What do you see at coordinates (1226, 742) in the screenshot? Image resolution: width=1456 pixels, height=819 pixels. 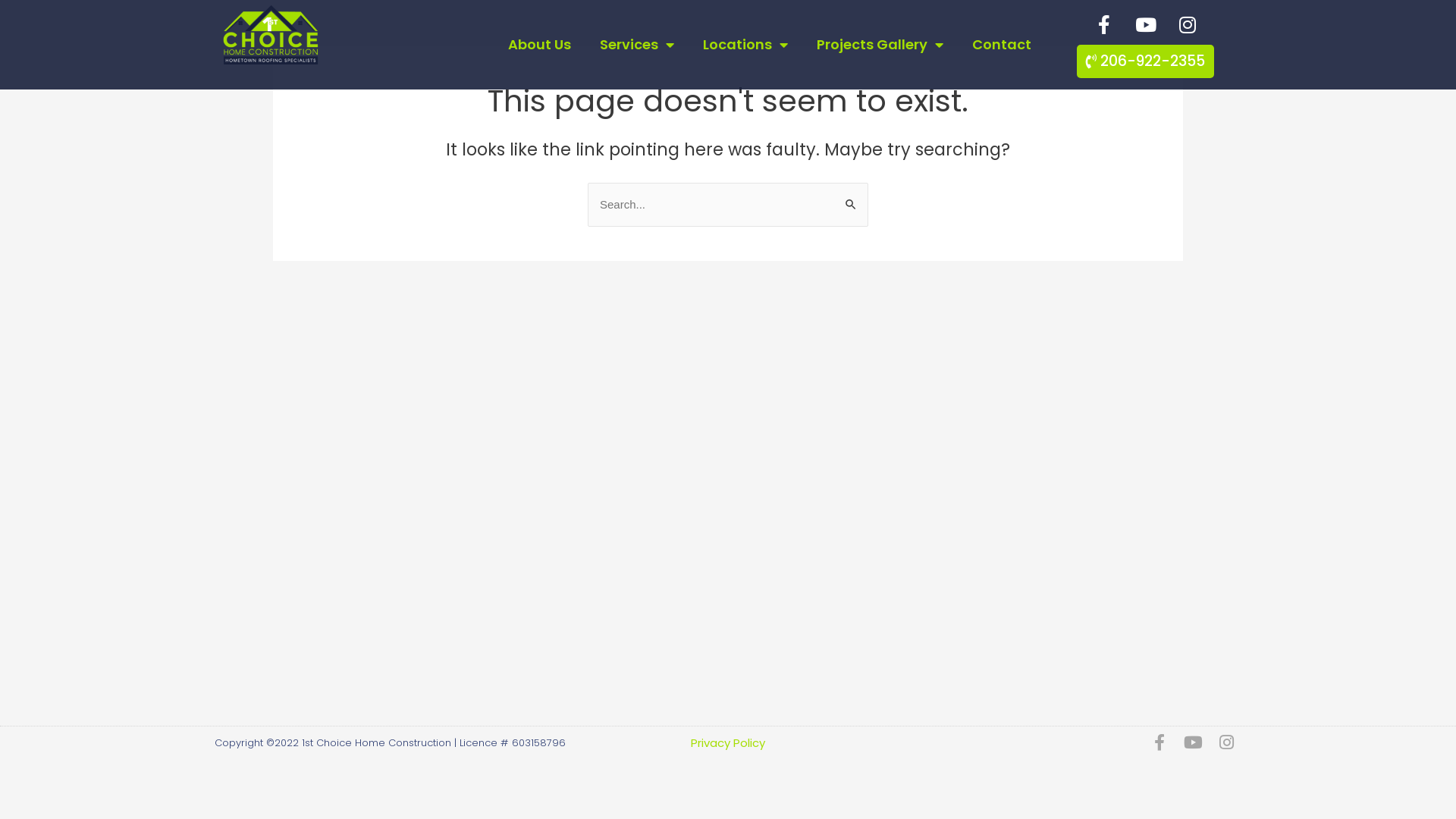 I see `'Instagram'` at bounding box center [1226, 742].